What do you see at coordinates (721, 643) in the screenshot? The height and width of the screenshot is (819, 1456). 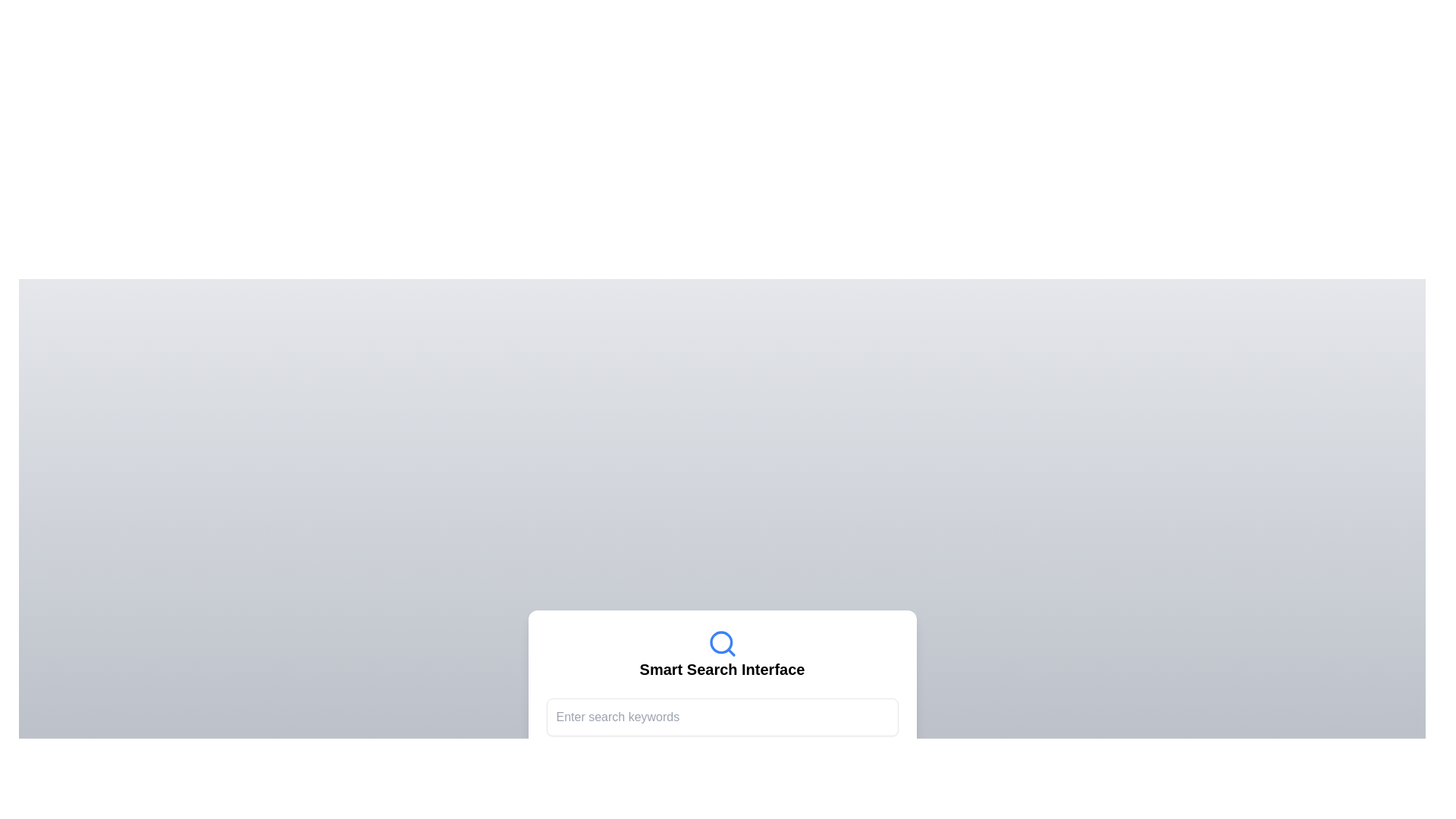 I see `the blue magnifying glass icon, which is associated with search functionality and positioned above the 'Smart Search Interface' label` at bounding box center [721, 643].